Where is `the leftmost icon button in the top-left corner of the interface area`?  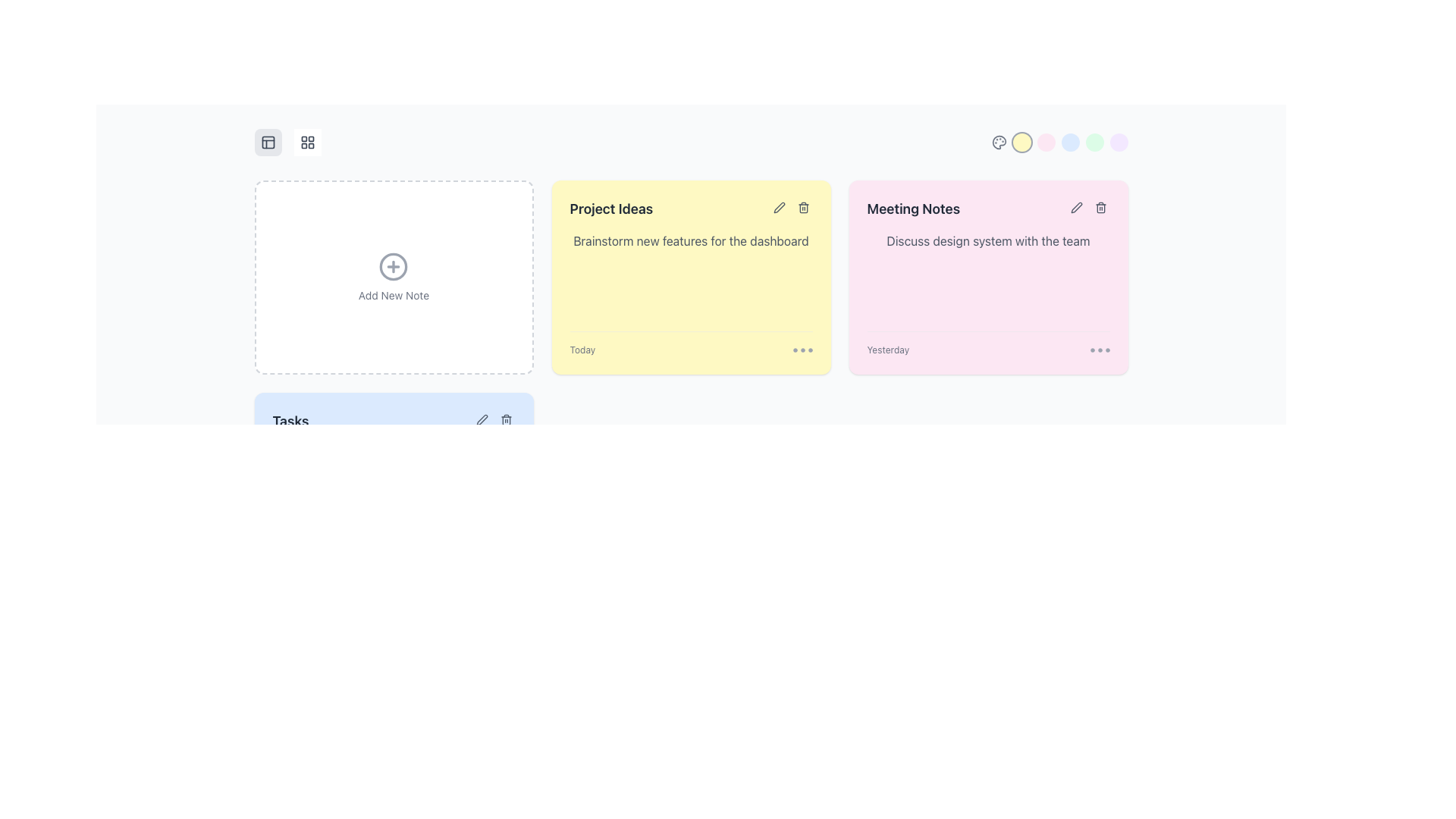
the leftmost icon button in the top-left corner of the interface area is located at coordinates (268, 143).